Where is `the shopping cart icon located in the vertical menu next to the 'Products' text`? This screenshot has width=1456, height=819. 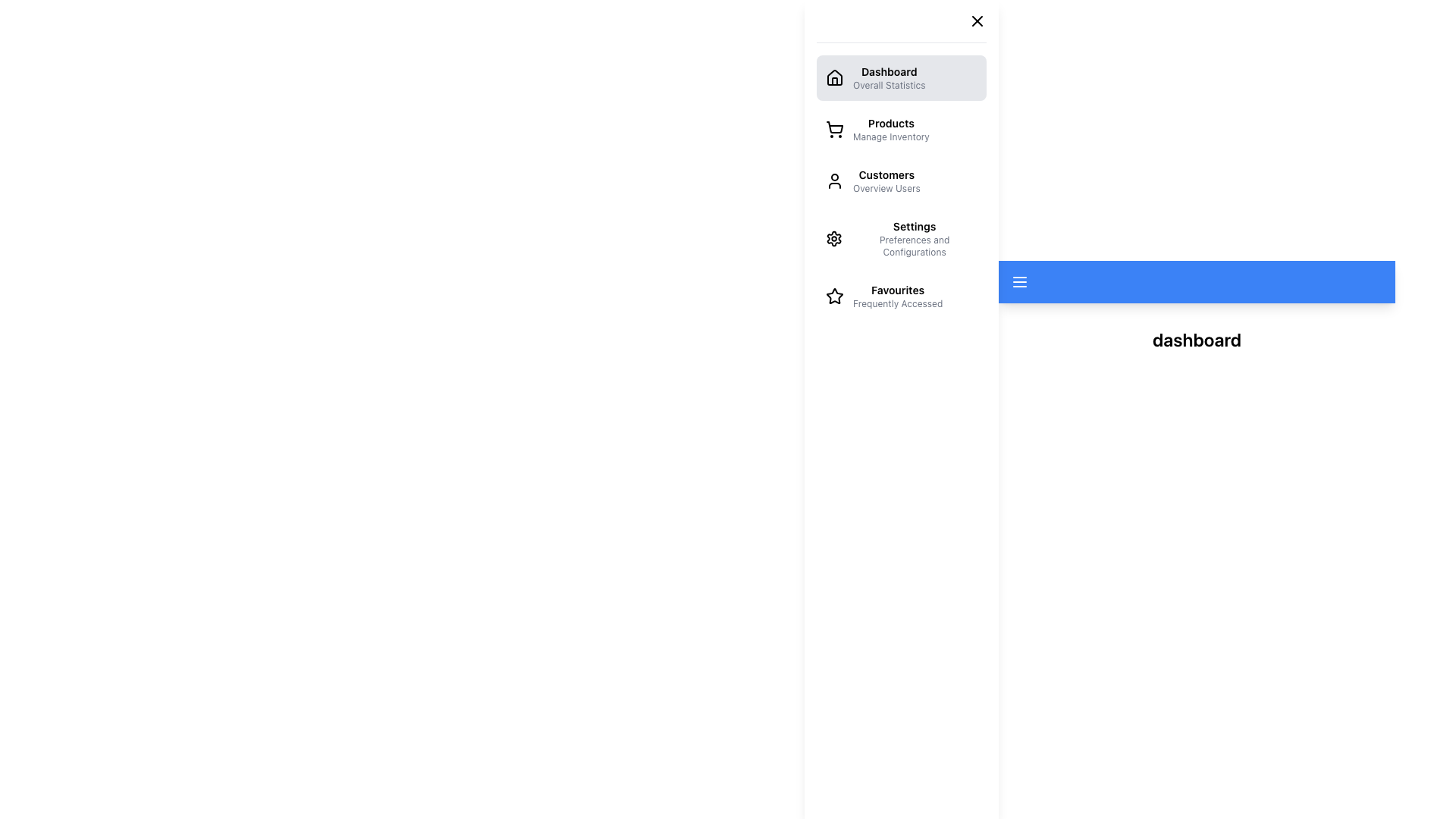
the shopping cart icon located in the vertical menu next to the 'Products' text is located at coordinates (833, 128).